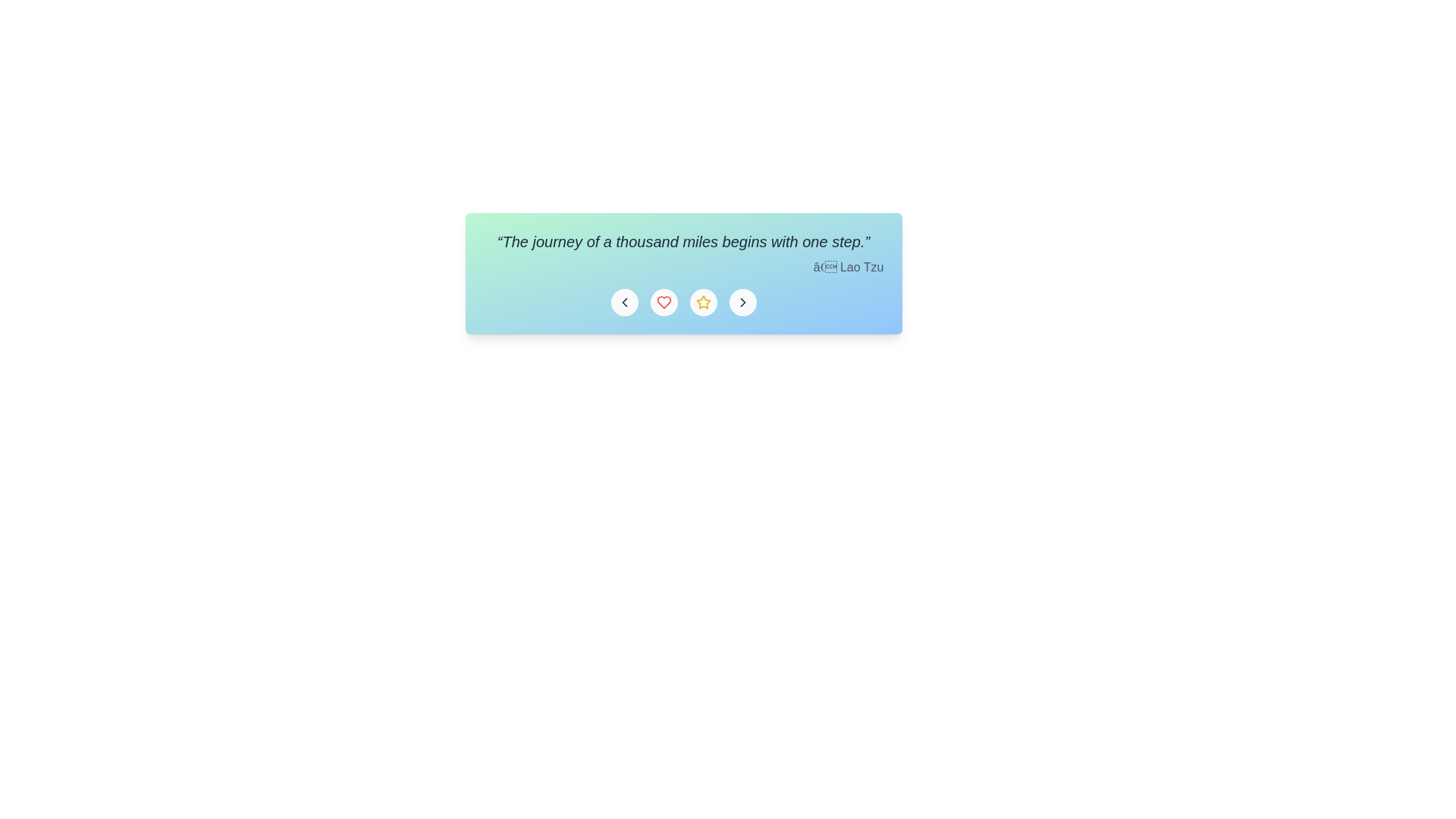 This screenshot has width=1456, height=819. Describe the element at coordinates (624, 302) in the screenshot. I see `the first button from the left in the horizontal row` at that location.